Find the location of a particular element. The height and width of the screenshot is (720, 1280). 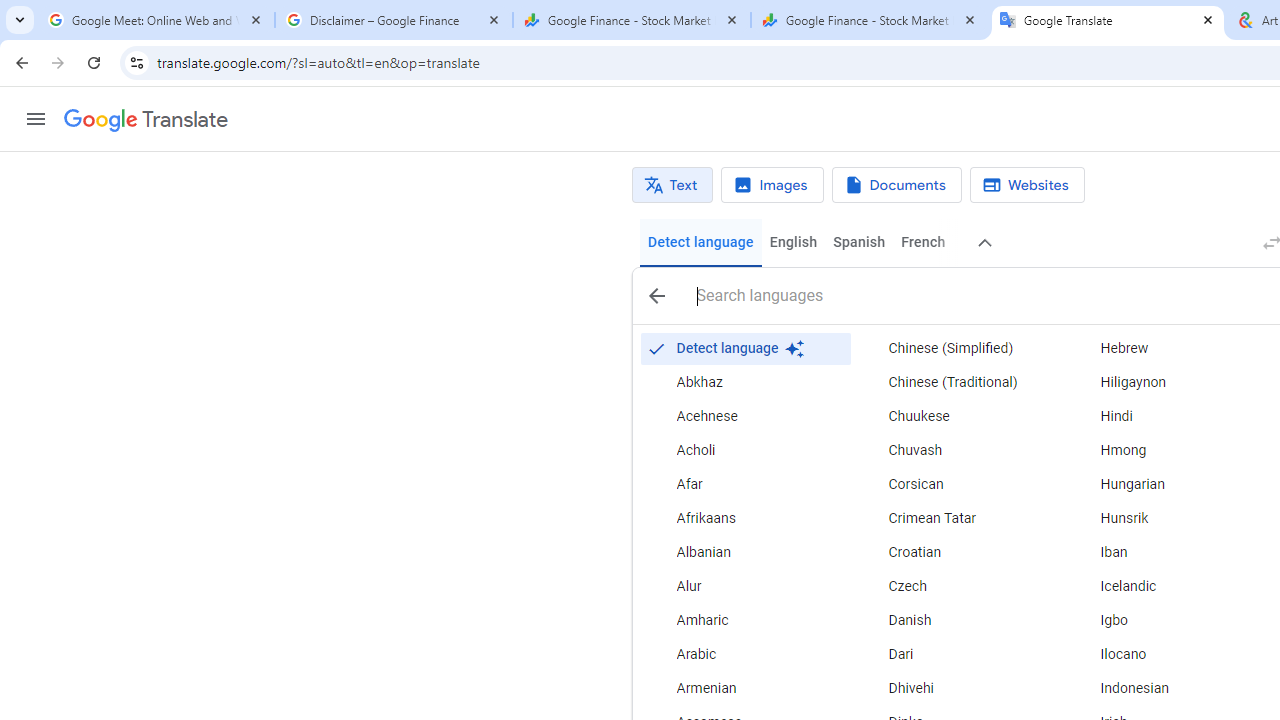

'Chuukese' is located at coordinates (956, 415).